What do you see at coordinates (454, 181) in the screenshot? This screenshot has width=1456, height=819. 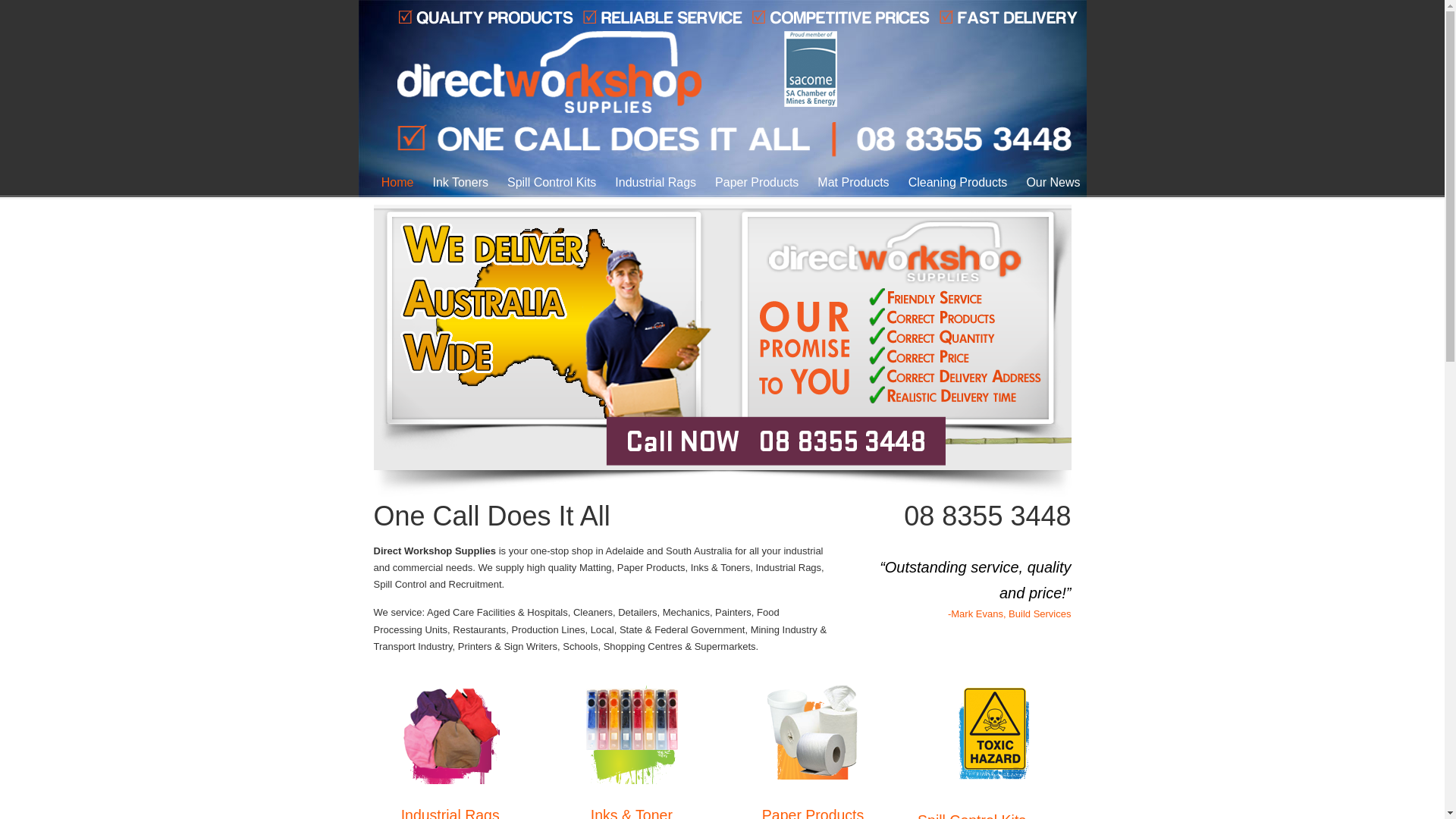 I see `'Ink Toners'` at bounding box center [454, 181].